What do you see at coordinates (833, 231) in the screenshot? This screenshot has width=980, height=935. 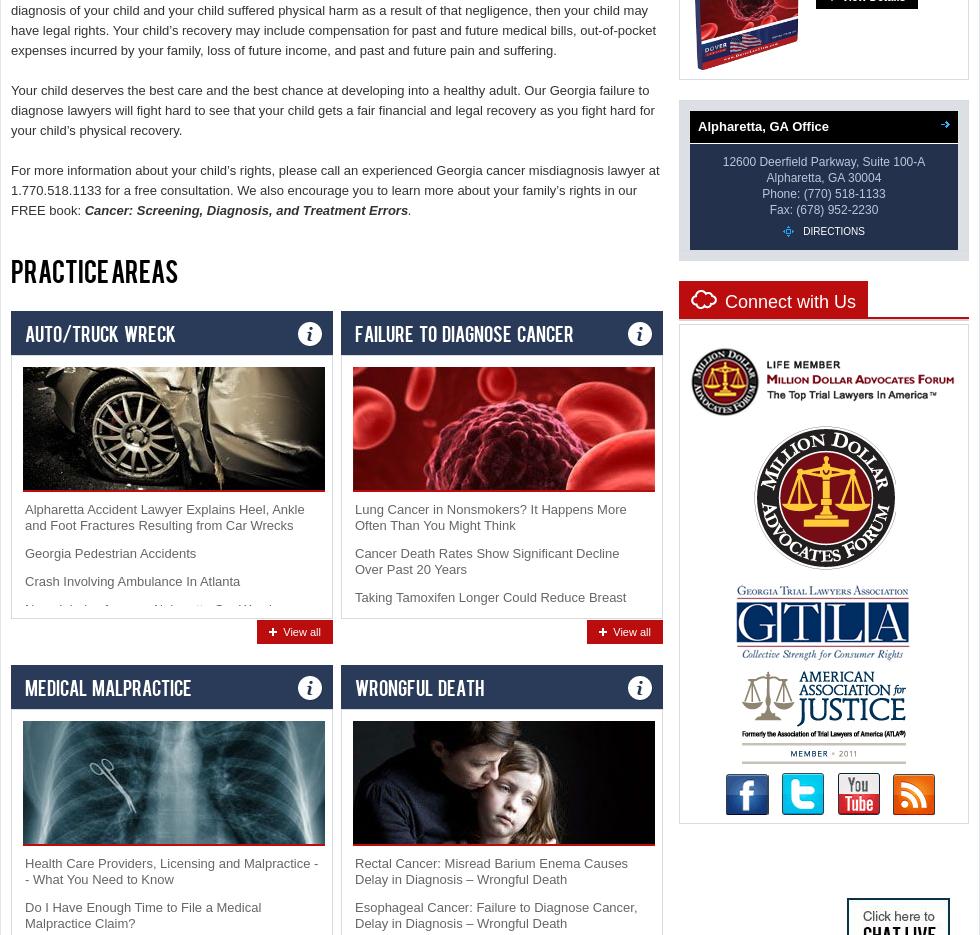 I see `'Directions'` at bounding box center [833, 231].